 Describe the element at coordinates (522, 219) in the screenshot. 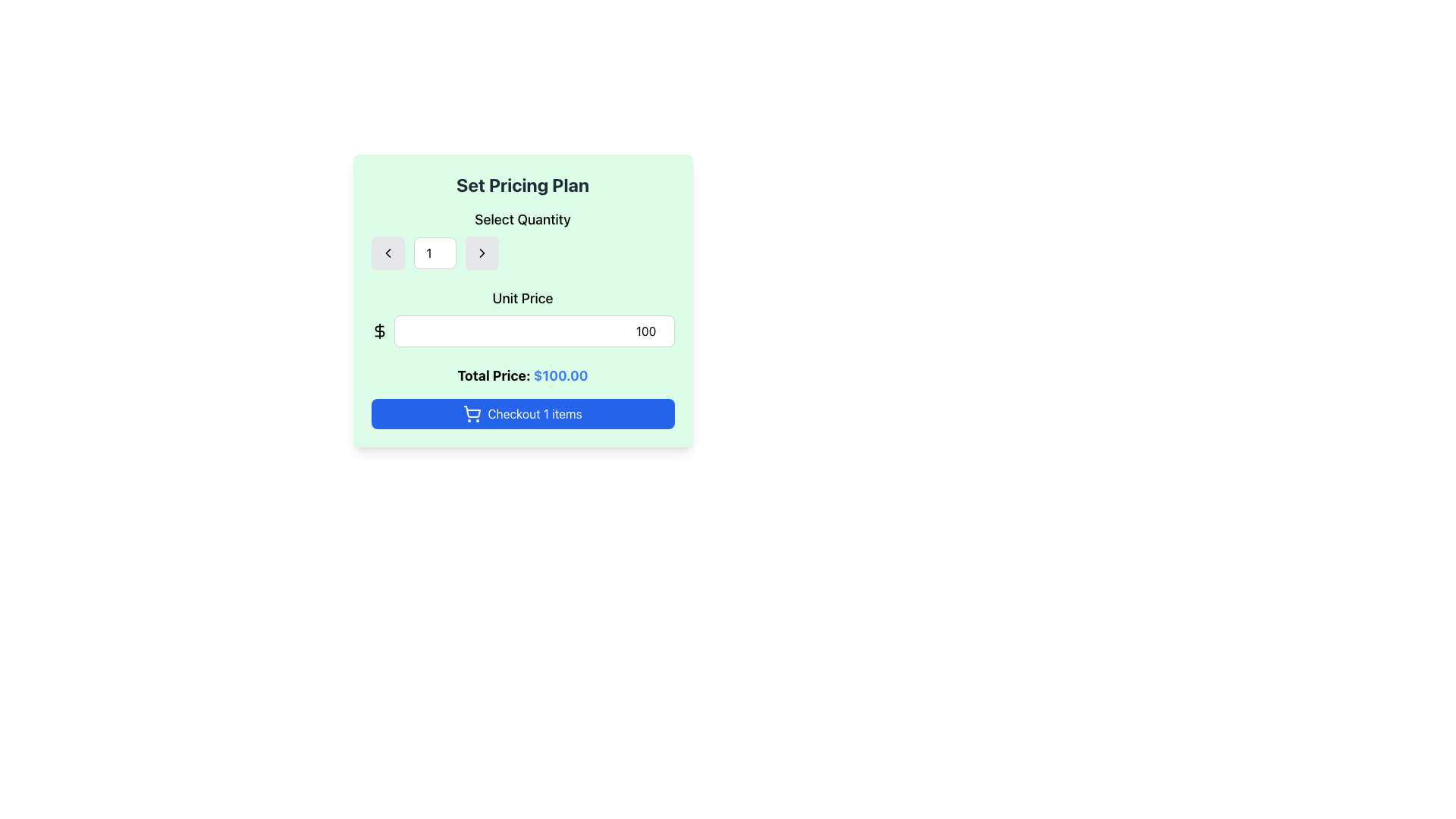

I see `informational text from the Label located above the quantity input field in the 'Set Pricing Plan' form panel` at that location.